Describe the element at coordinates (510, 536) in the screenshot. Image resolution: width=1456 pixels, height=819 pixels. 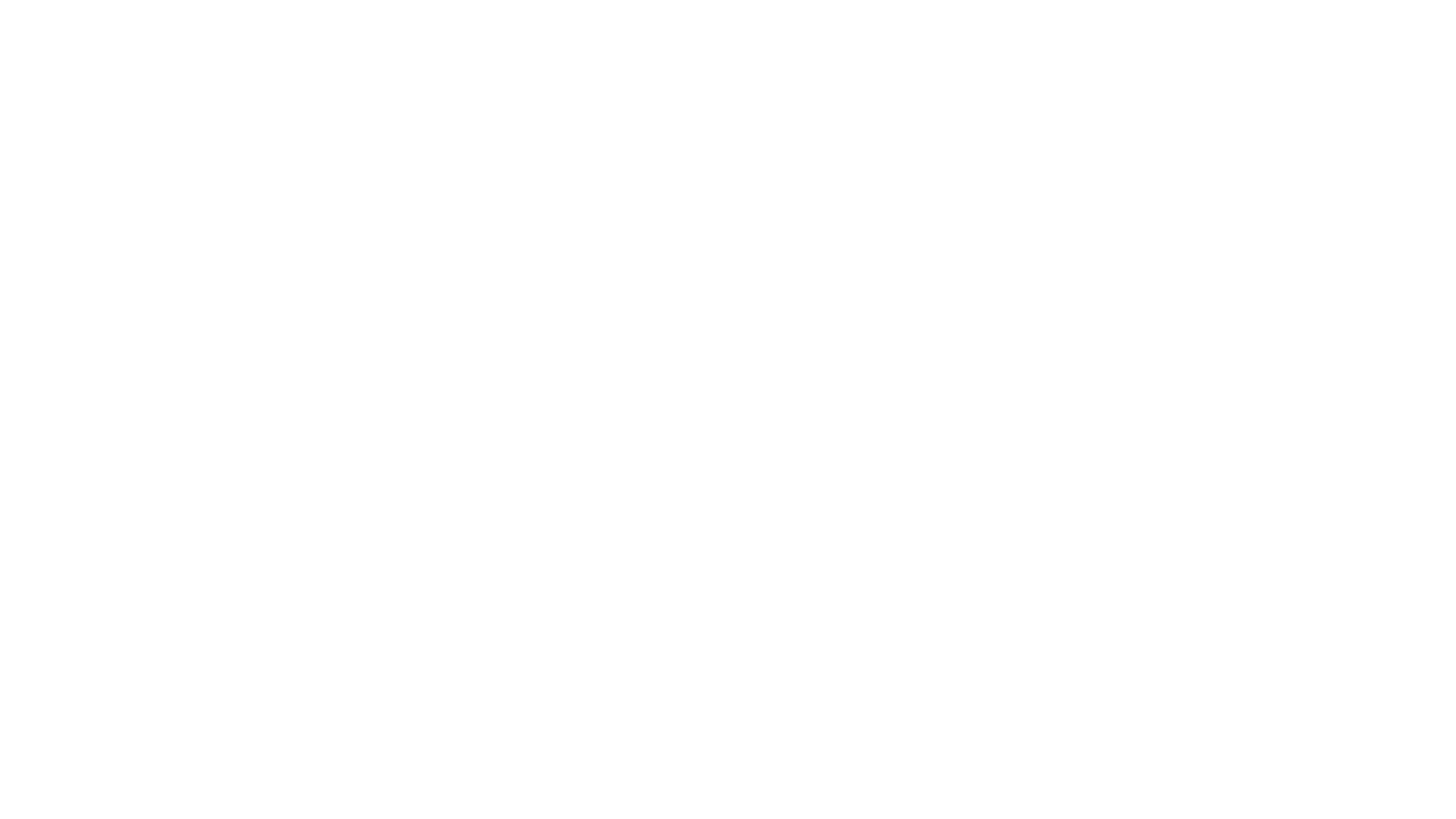
I see `Tillat ndvendige` at that location.